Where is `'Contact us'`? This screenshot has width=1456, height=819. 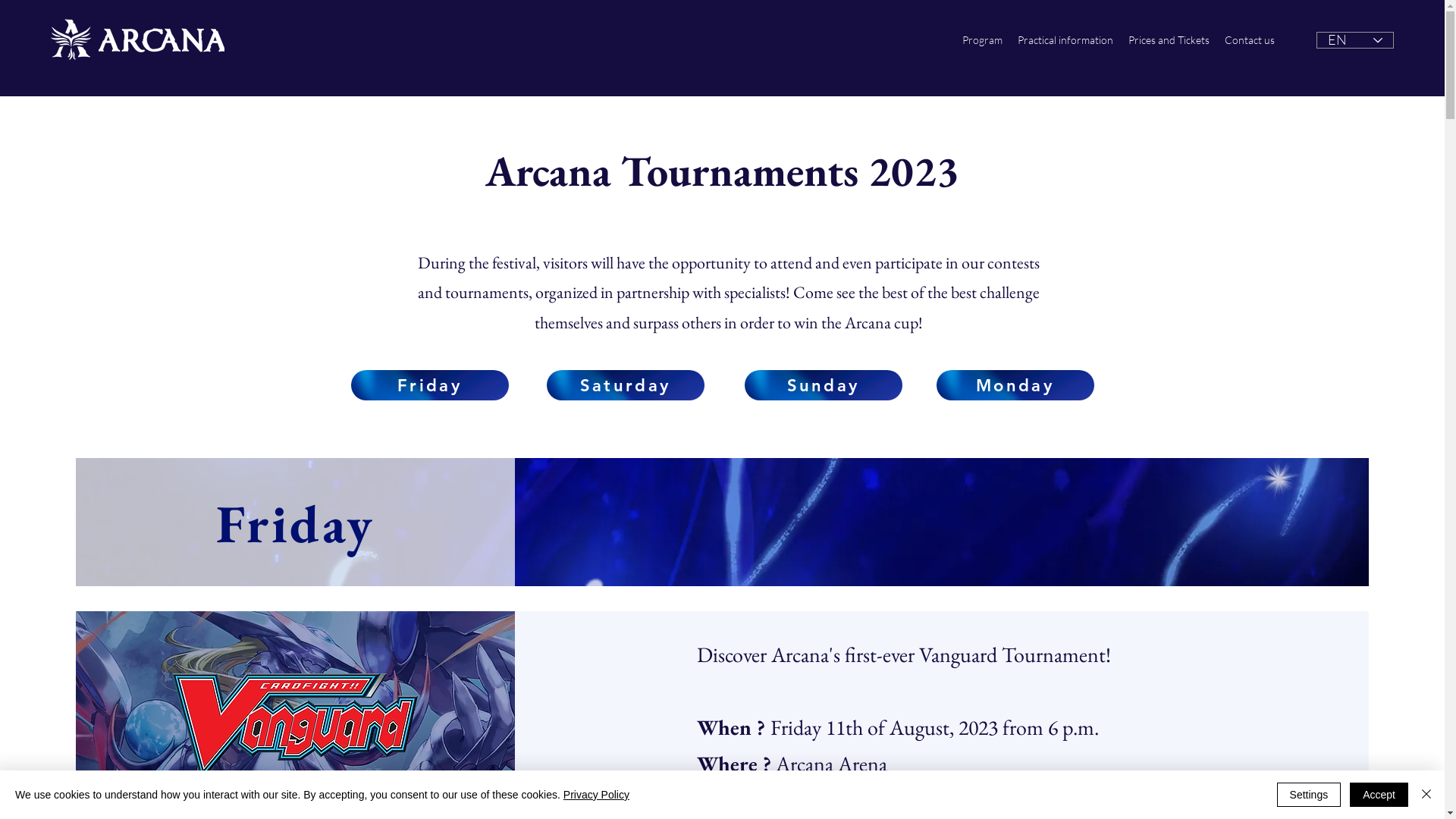
'Contact us' is located at coordinates (1249, 39).